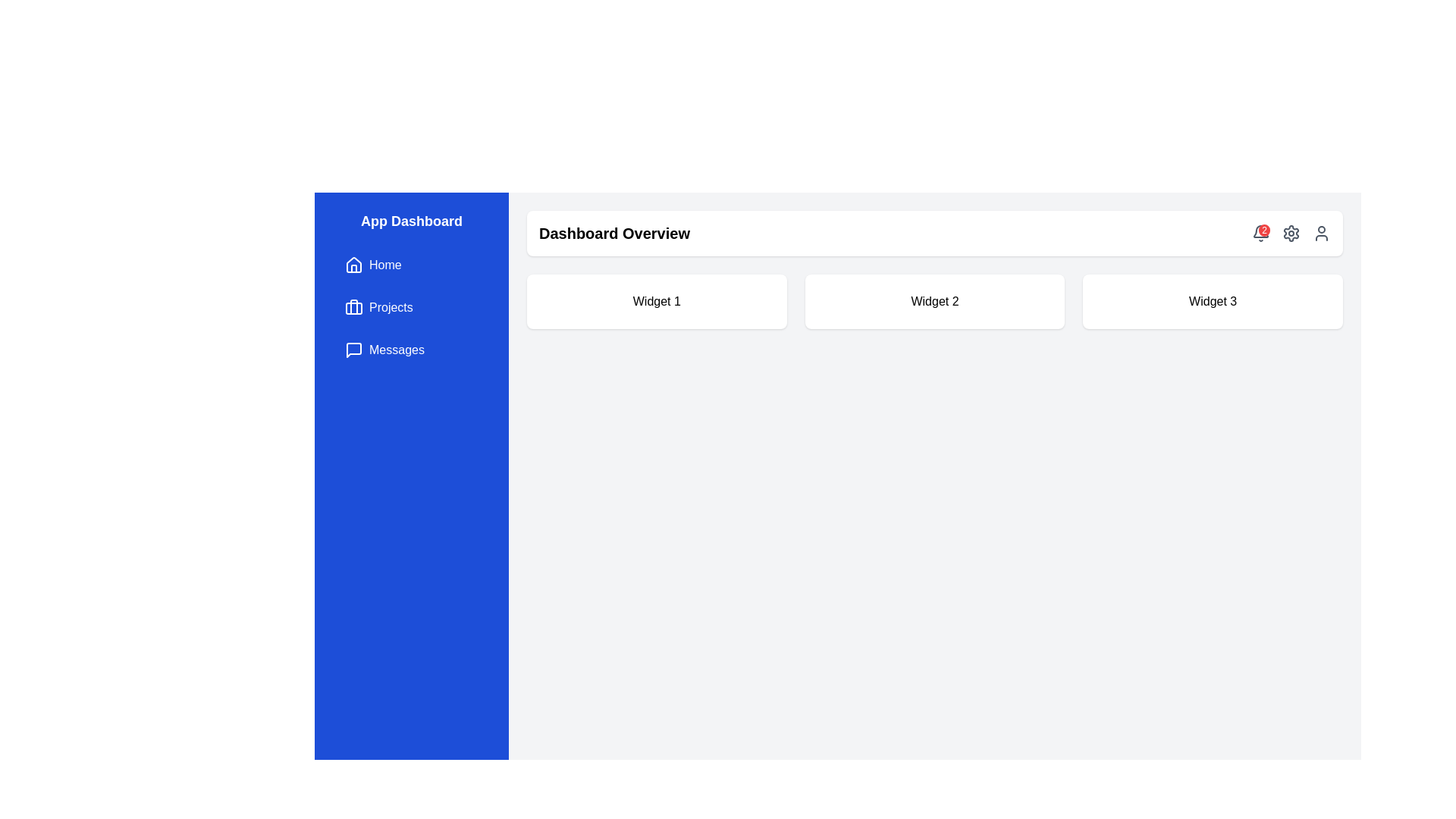 The height and width of the screenshot is (819, 1456). I want to click on the decorative graphic element representing the handle of the briefcase icon located in the top-right corner of the sidebar menu, so click(353, 307).